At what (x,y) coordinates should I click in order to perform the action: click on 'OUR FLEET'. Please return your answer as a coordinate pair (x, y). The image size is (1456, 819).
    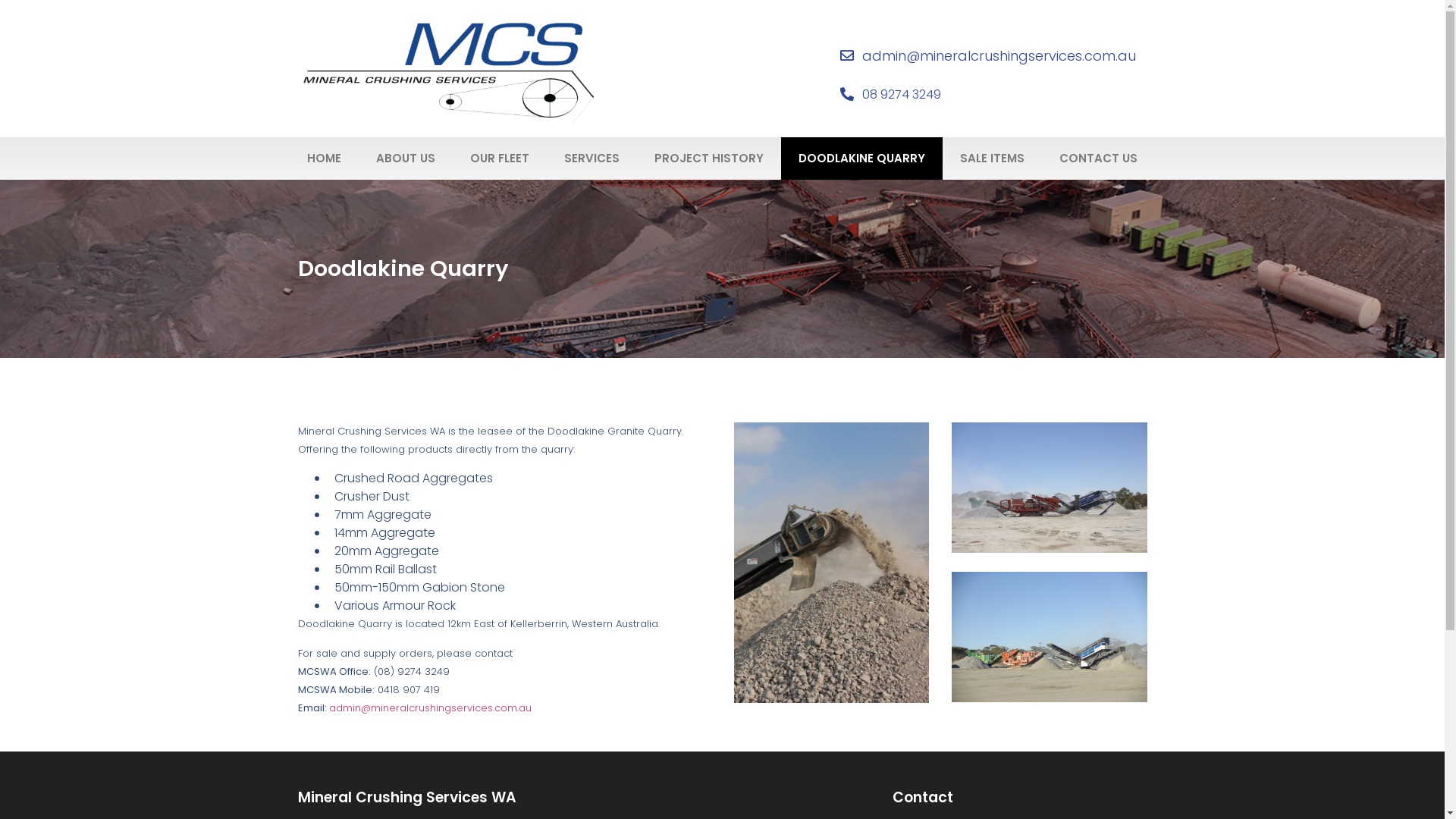
    Looking at the image, I should click on (451, 158).